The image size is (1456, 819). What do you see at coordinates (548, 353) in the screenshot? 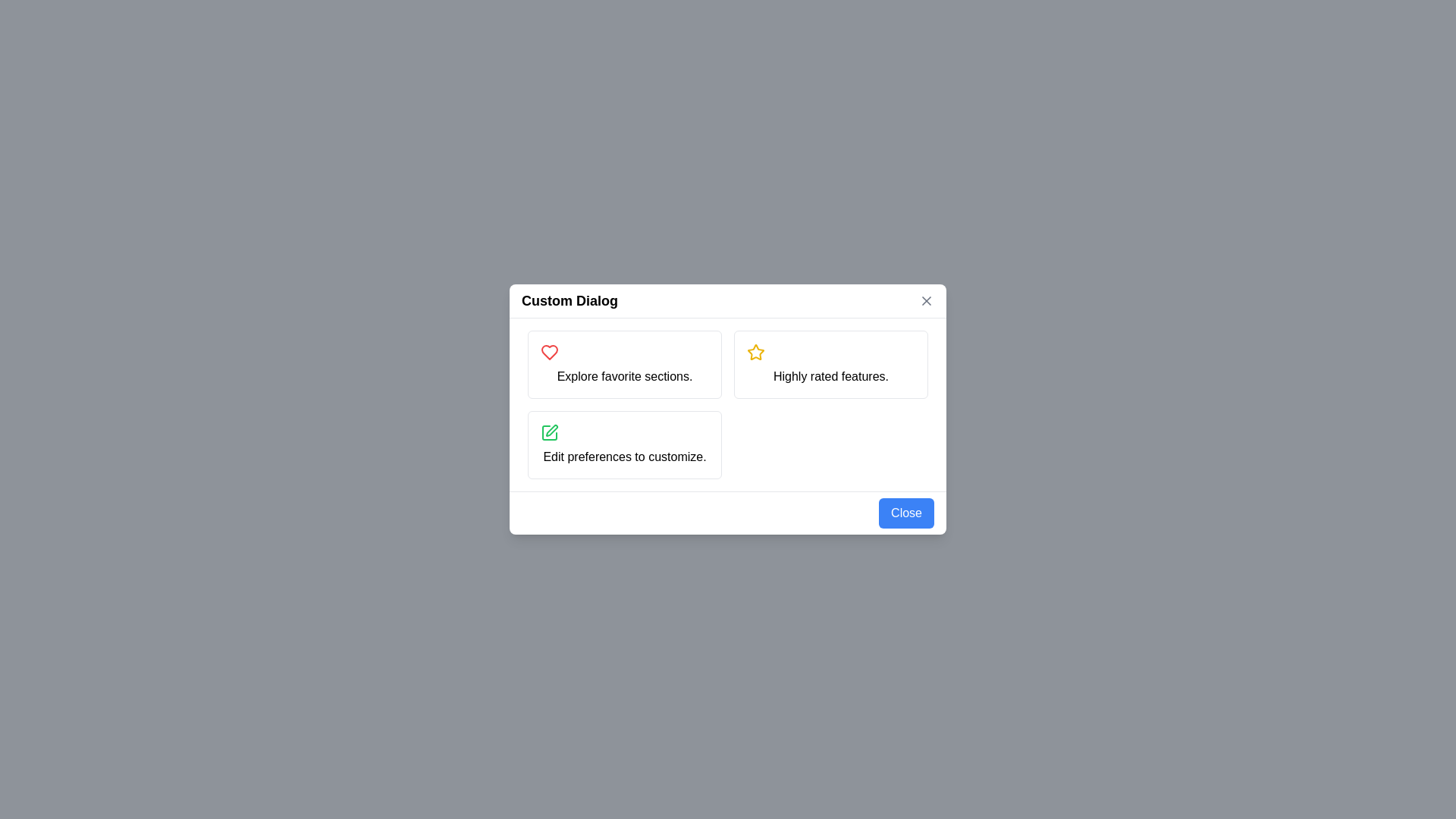
I see `the heart icon representing the 'Favorites' section, located in the top-left corner of the button grid in the dialog box` at bounding box center [548, 353].